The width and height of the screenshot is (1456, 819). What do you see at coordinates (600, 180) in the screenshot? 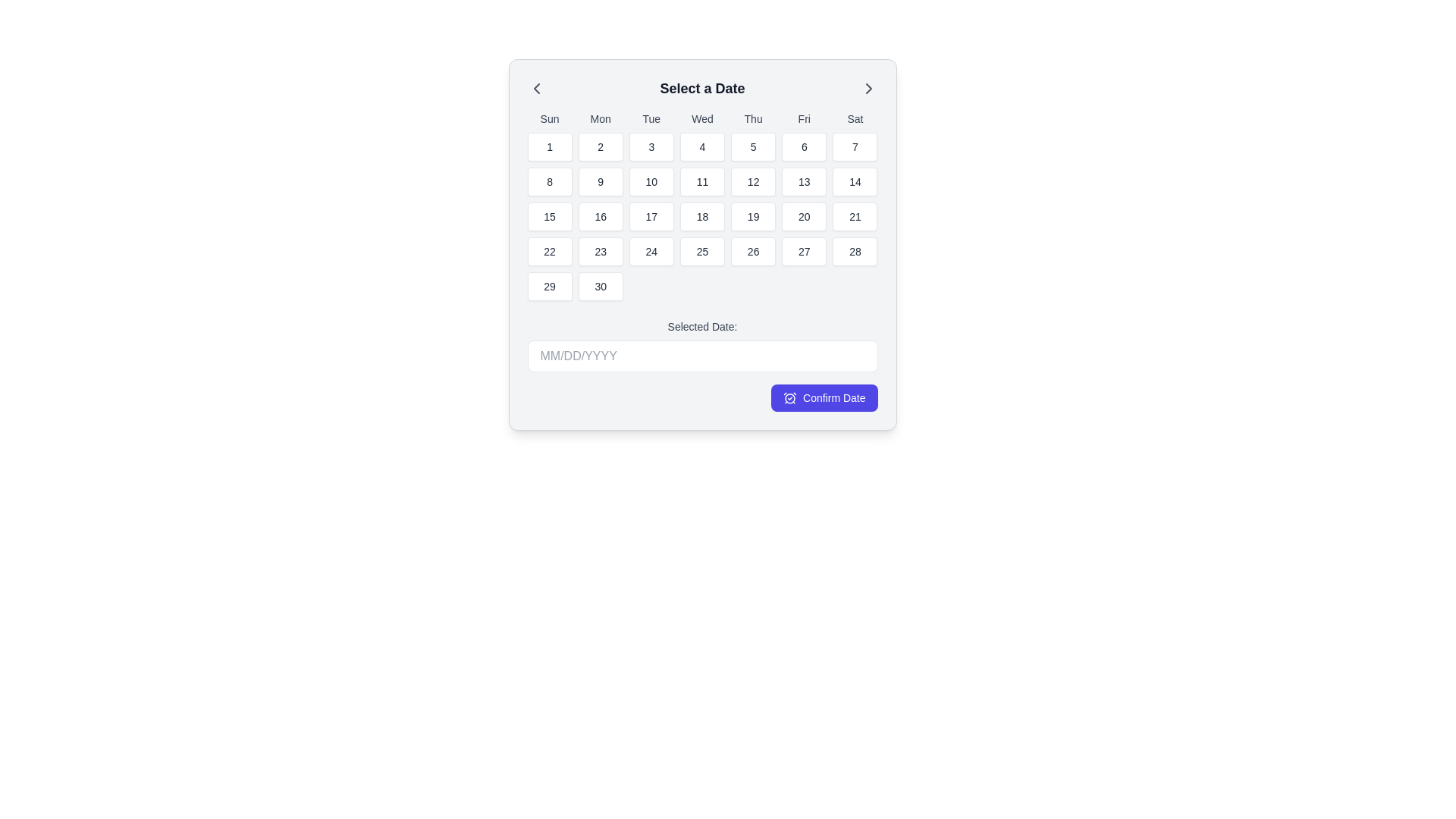
I see `the rectangular button labeled '9' located in the second column and second row of the calendar grid under the 'Mon' header` at bounding box center [600, 180].